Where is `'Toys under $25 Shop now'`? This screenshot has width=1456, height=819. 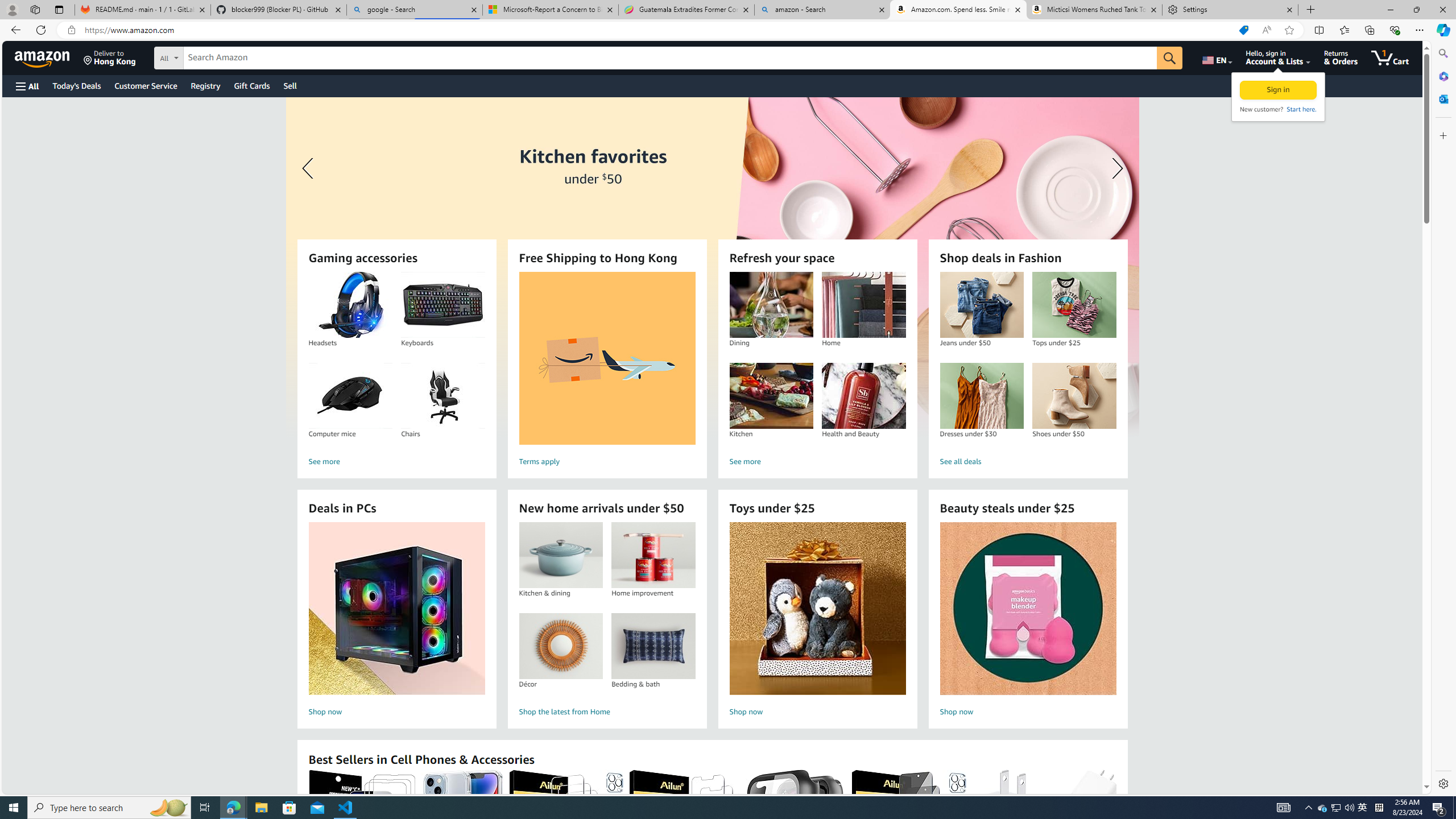
'Toys under $25 Shop now' is located at coordinates (817, 621).